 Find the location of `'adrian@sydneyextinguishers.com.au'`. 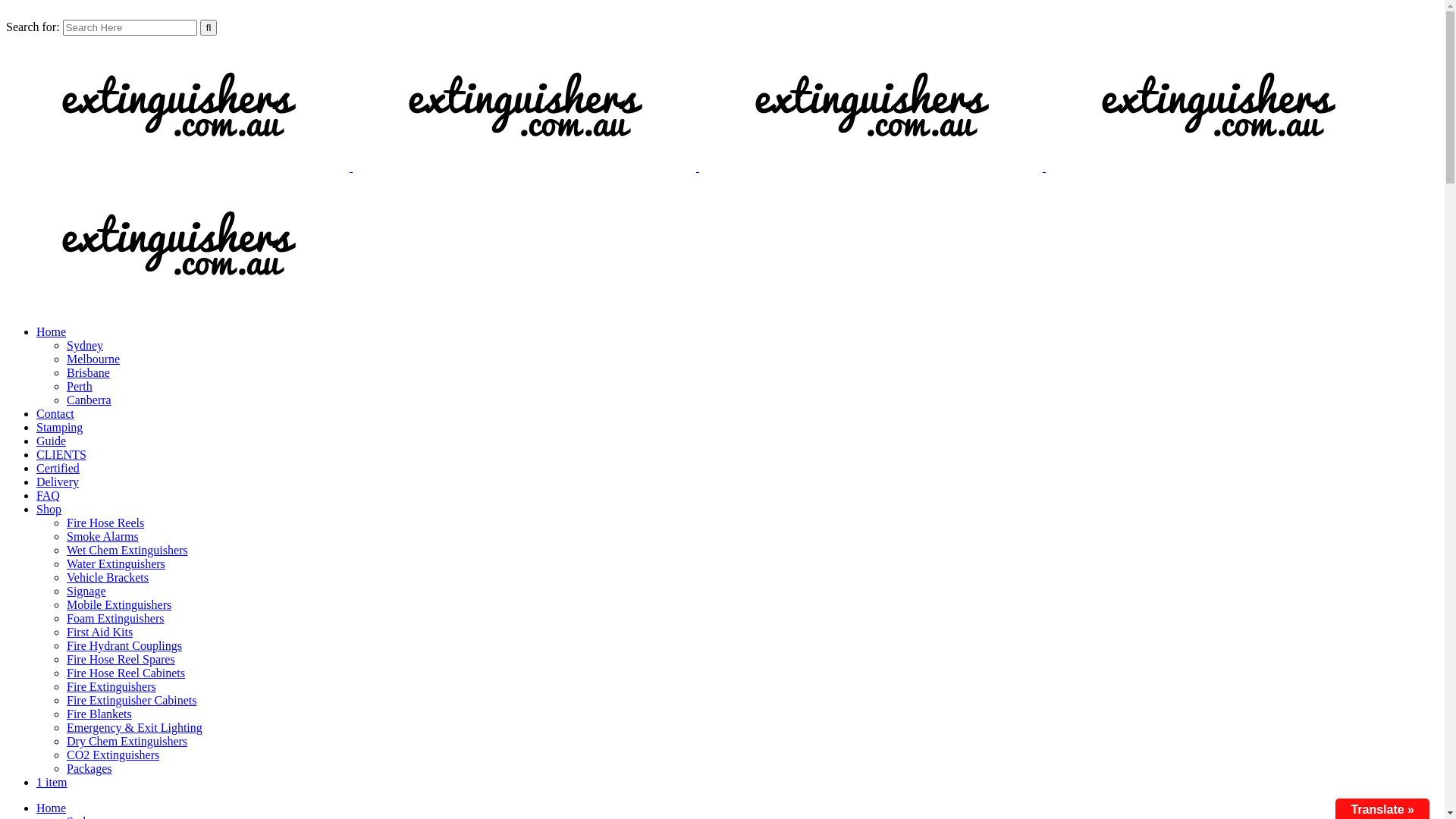

'adrian@sydneyextinguishers.com.au' is located at coordinates (100, 12).